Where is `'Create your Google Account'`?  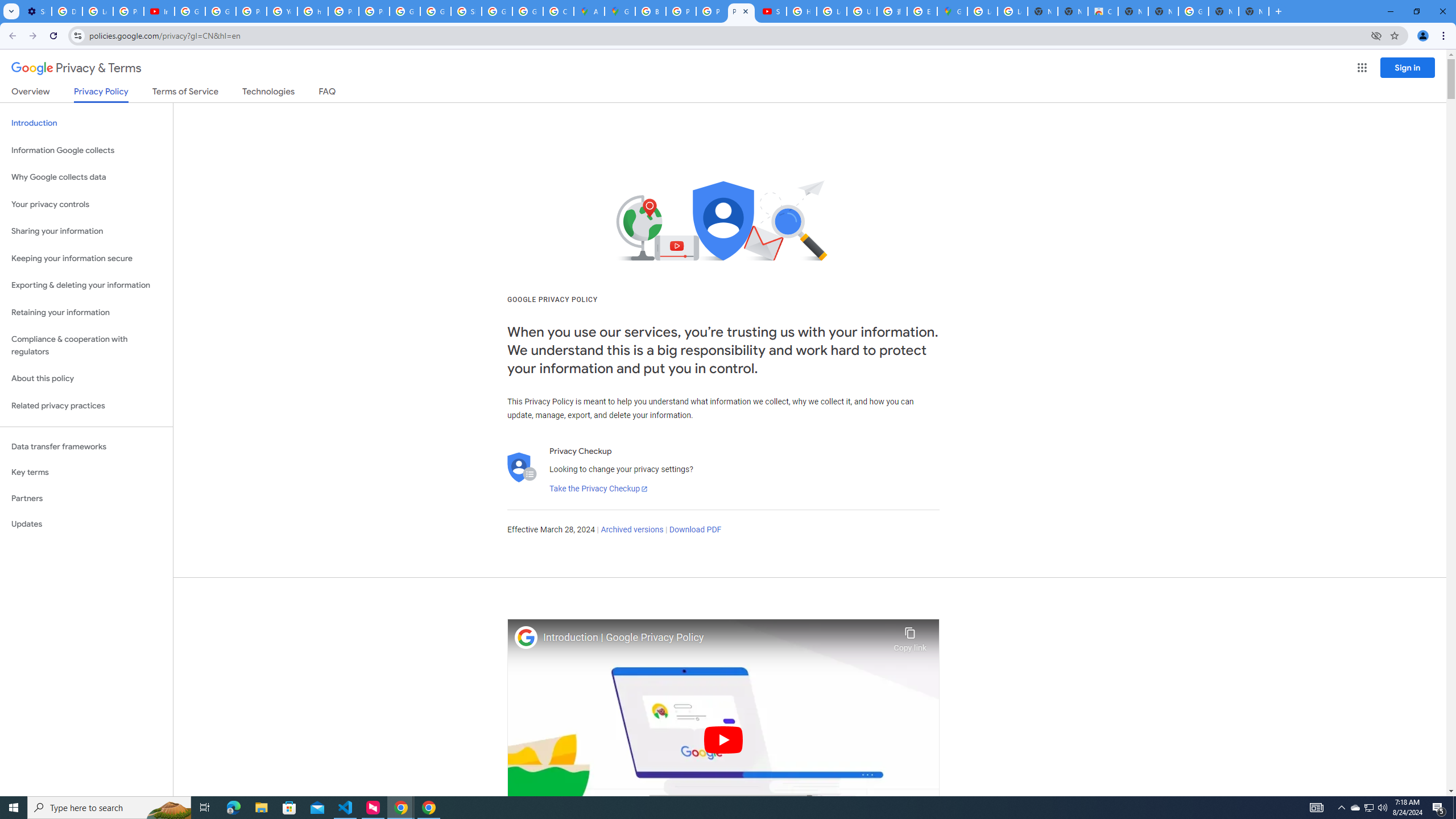 'Create your Google Account' is located at coordinates (559, 11).